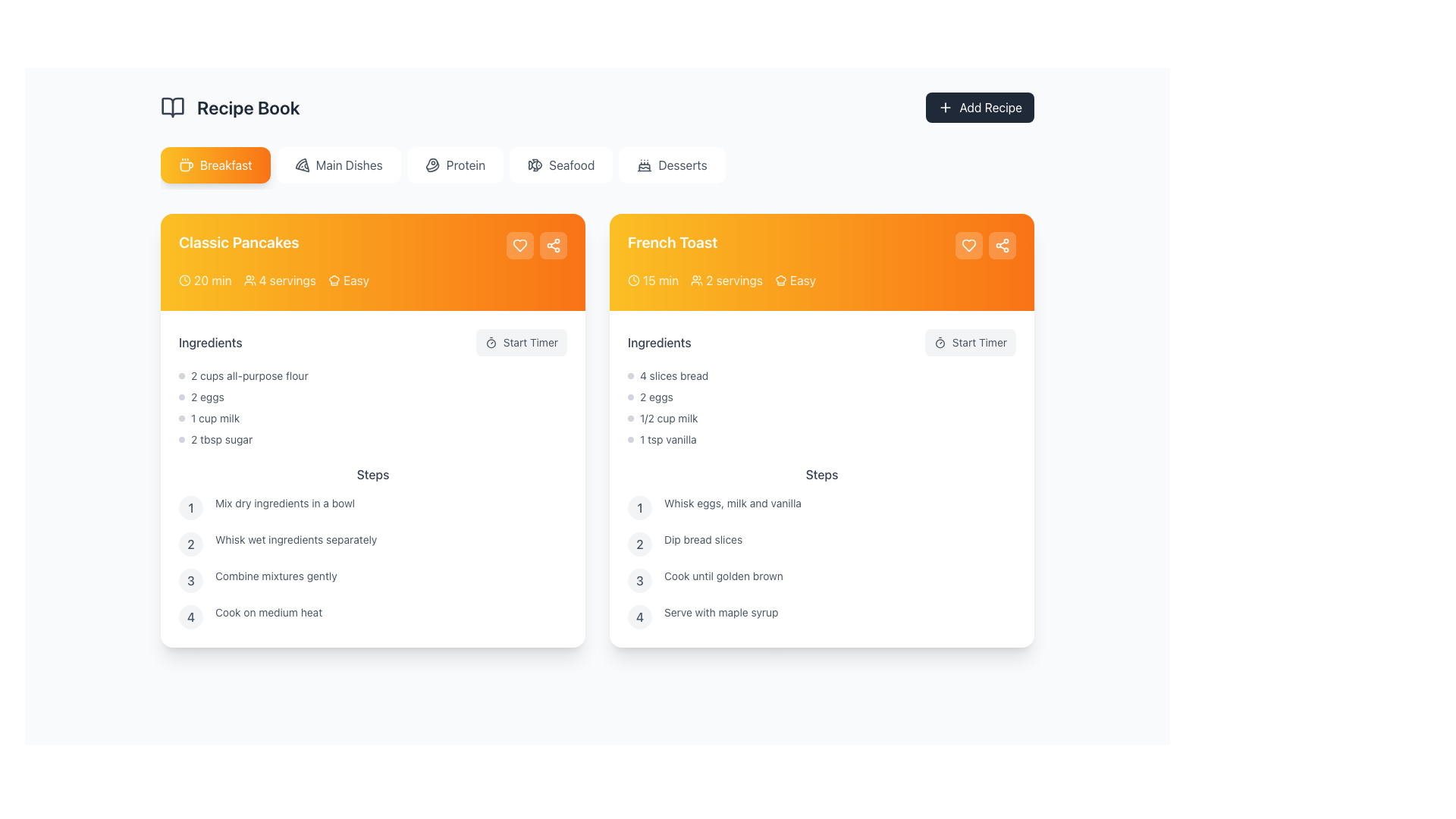 Image resolution: width=1456 pixels, height=819 pixels. What do you see at coordinates (190, 617) in the screenshot?
I see `the text element displaying the number '4' inside a small, light gray circular background, which is the fourth step indicator in the 'Classic Pancakes' section` at bounding box center [190, 617].